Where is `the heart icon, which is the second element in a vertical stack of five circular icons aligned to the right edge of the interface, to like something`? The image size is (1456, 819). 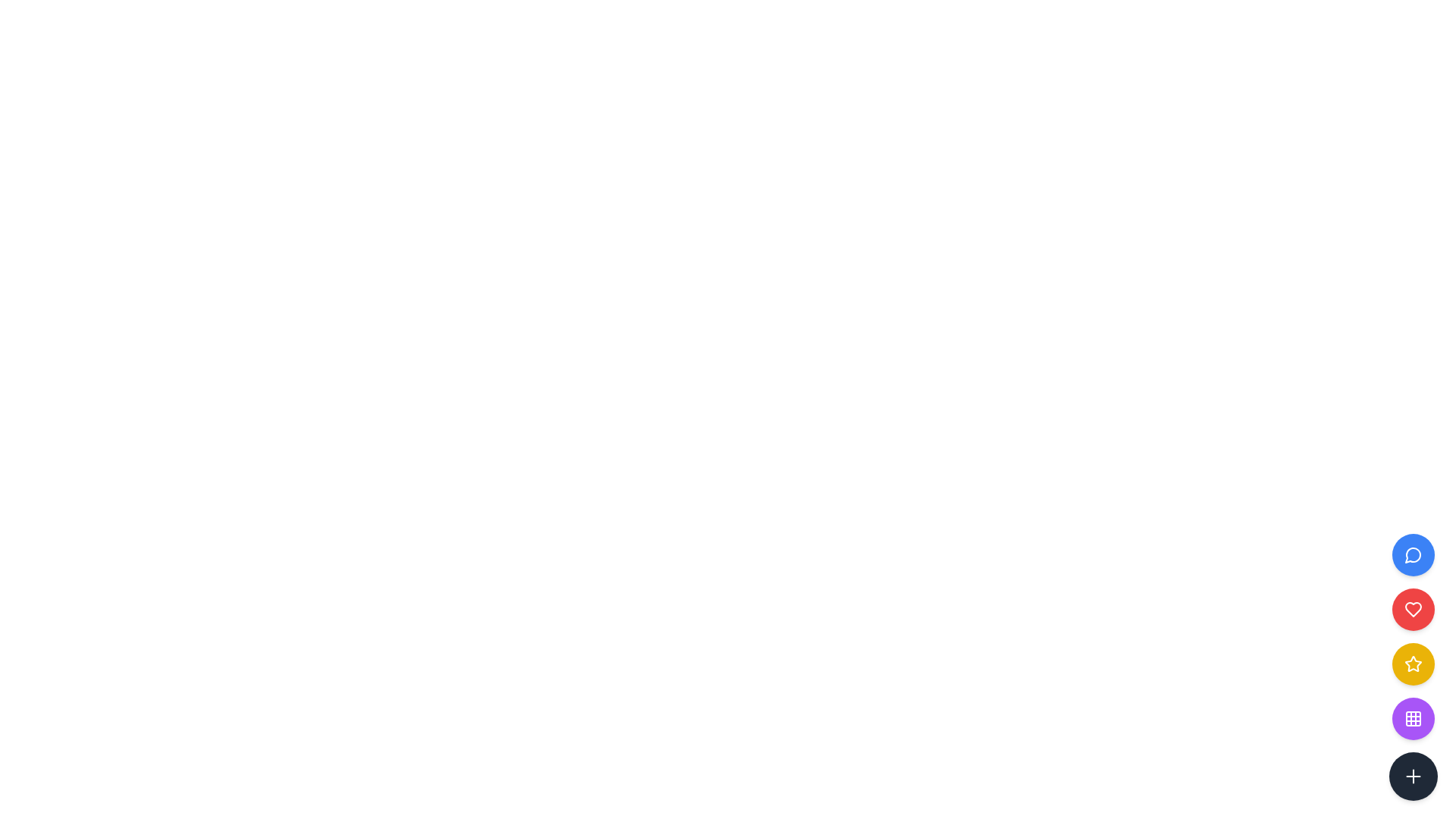
the heart icon, which is the second element in a vertical stack of five circular icons aligned to the right edge of the interface, to like something is located at coordinates (1412, 608).